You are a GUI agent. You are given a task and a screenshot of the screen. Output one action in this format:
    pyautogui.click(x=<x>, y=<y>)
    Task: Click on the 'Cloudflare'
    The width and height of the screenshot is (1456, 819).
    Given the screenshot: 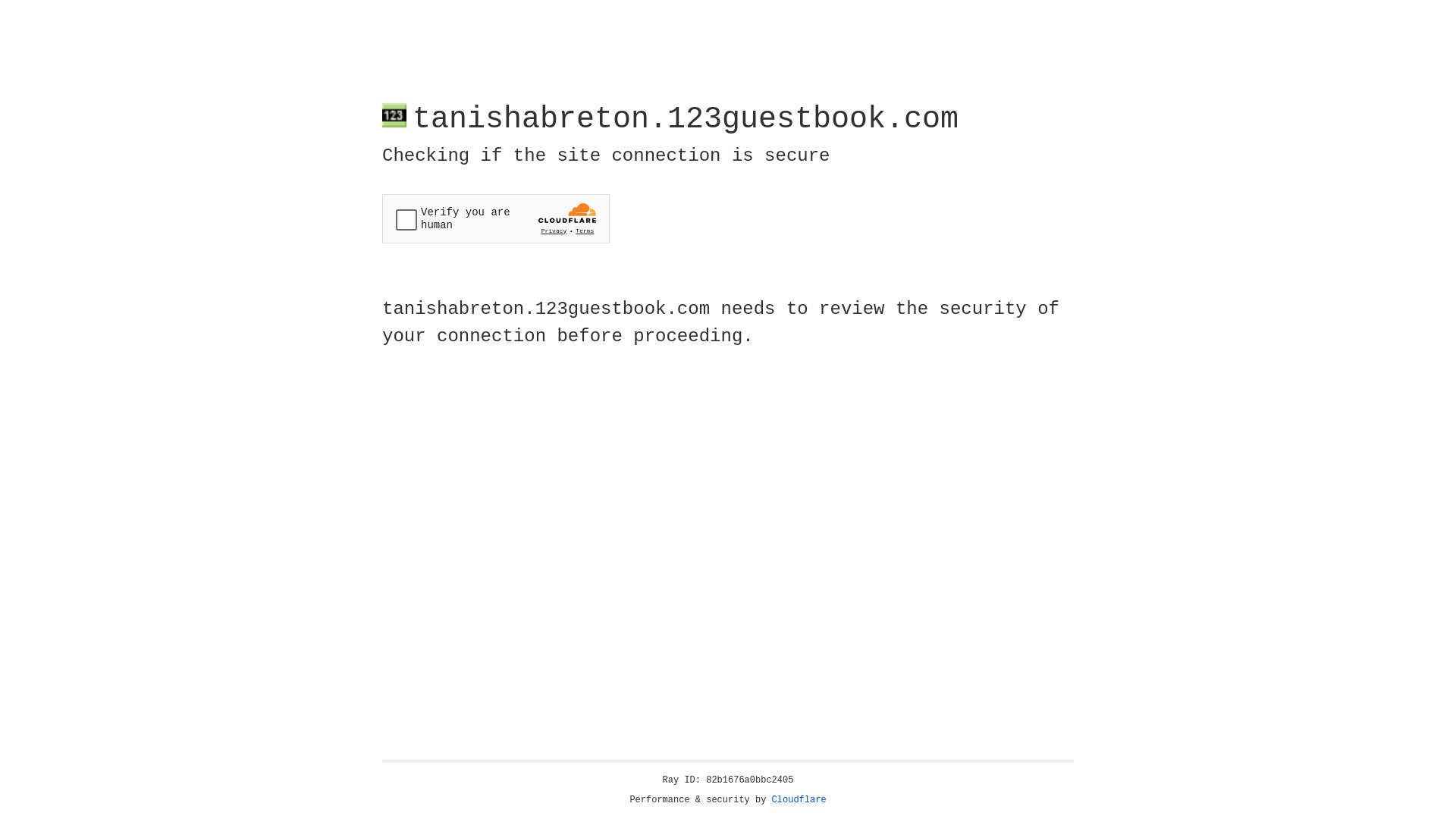 What is the action you would take?
    pyautogui.click(x=799, y=799)
    